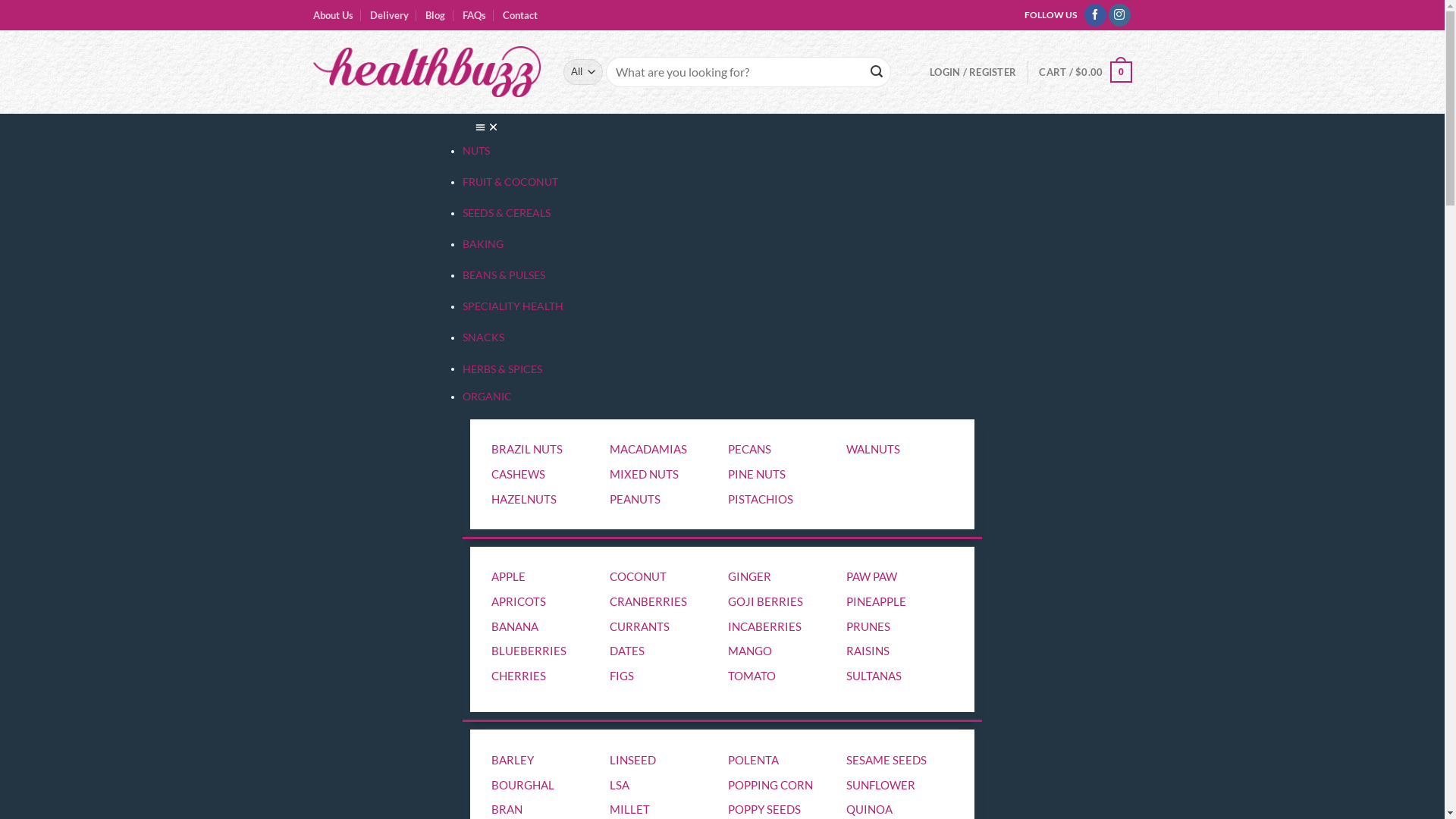 The height and width of the screenshot is (819, 1456). I want to click on 'BAKING', so click(461, 243).